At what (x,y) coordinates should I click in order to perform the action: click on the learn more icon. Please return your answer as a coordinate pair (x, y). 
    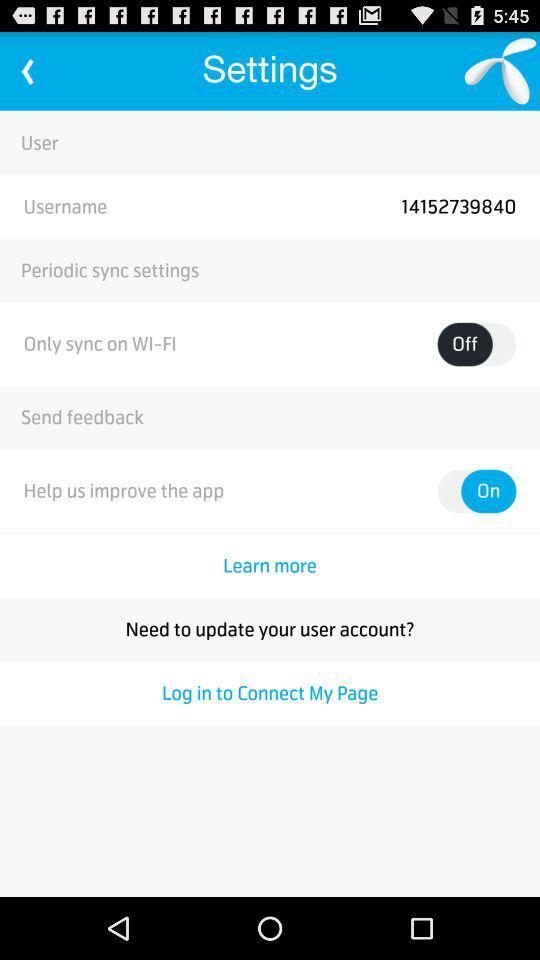
    Looking at the image, I should click on (270, 566).